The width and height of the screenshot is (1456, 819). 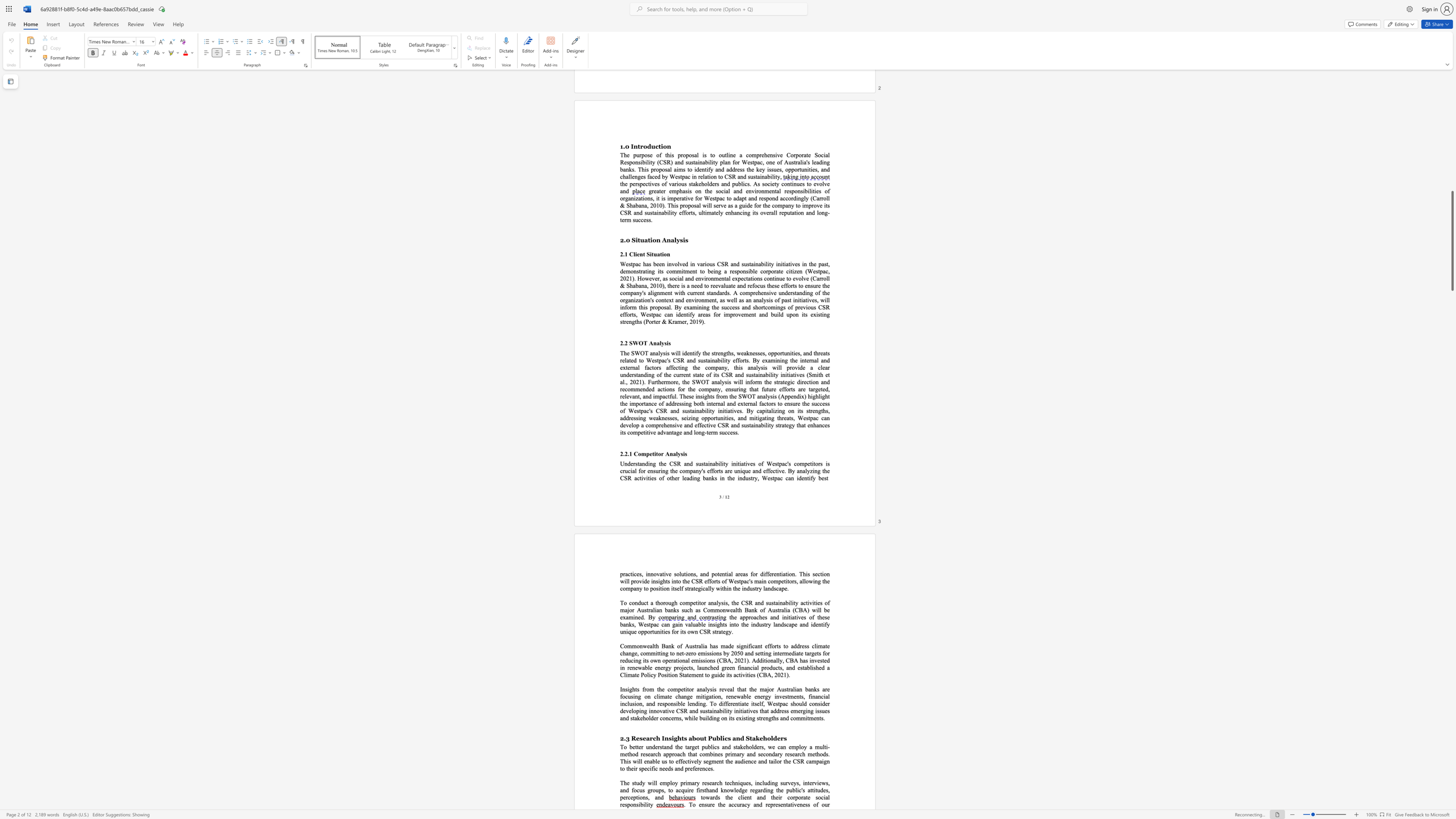 I want to click on the 1th character "v" in the text, so click(x=789, y=782).